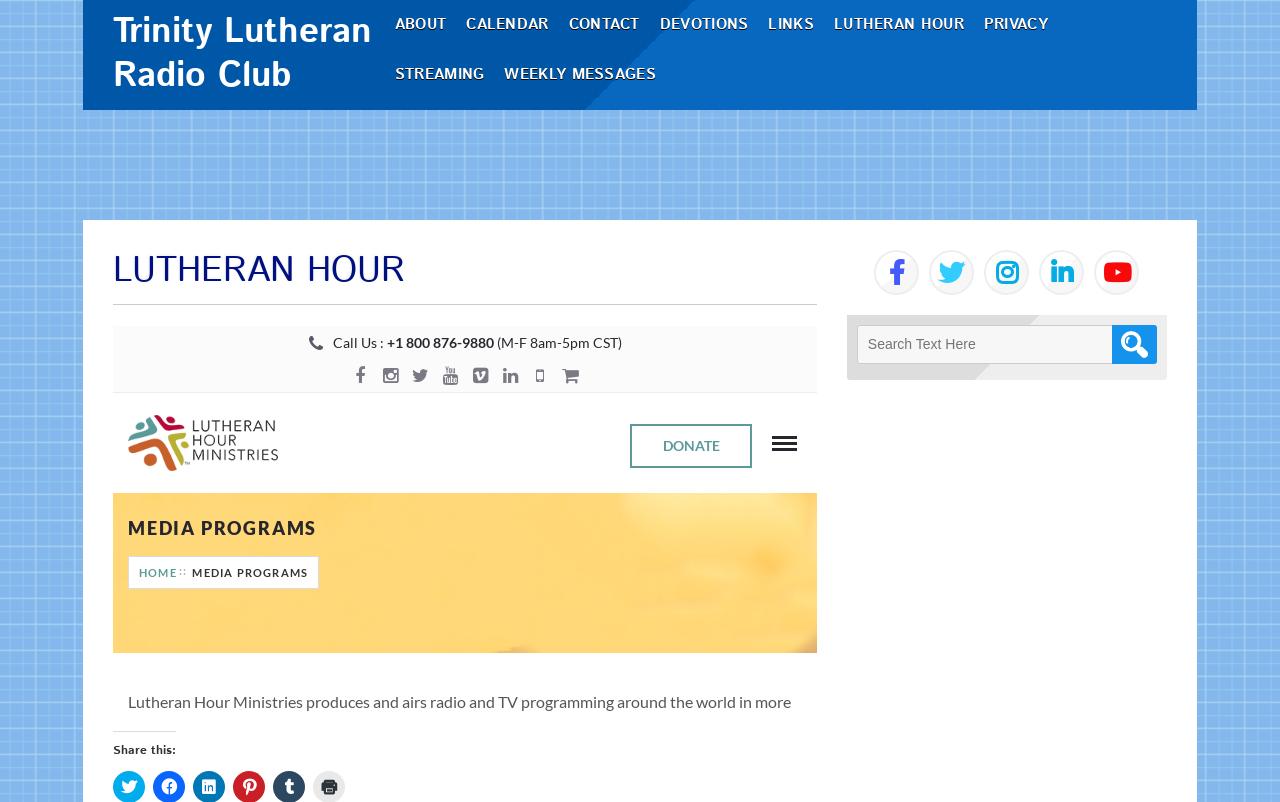  What do you see at coordinates (711, 78) in the screenshot?
I see `'Devotions'` at bounding box center [711, 78].